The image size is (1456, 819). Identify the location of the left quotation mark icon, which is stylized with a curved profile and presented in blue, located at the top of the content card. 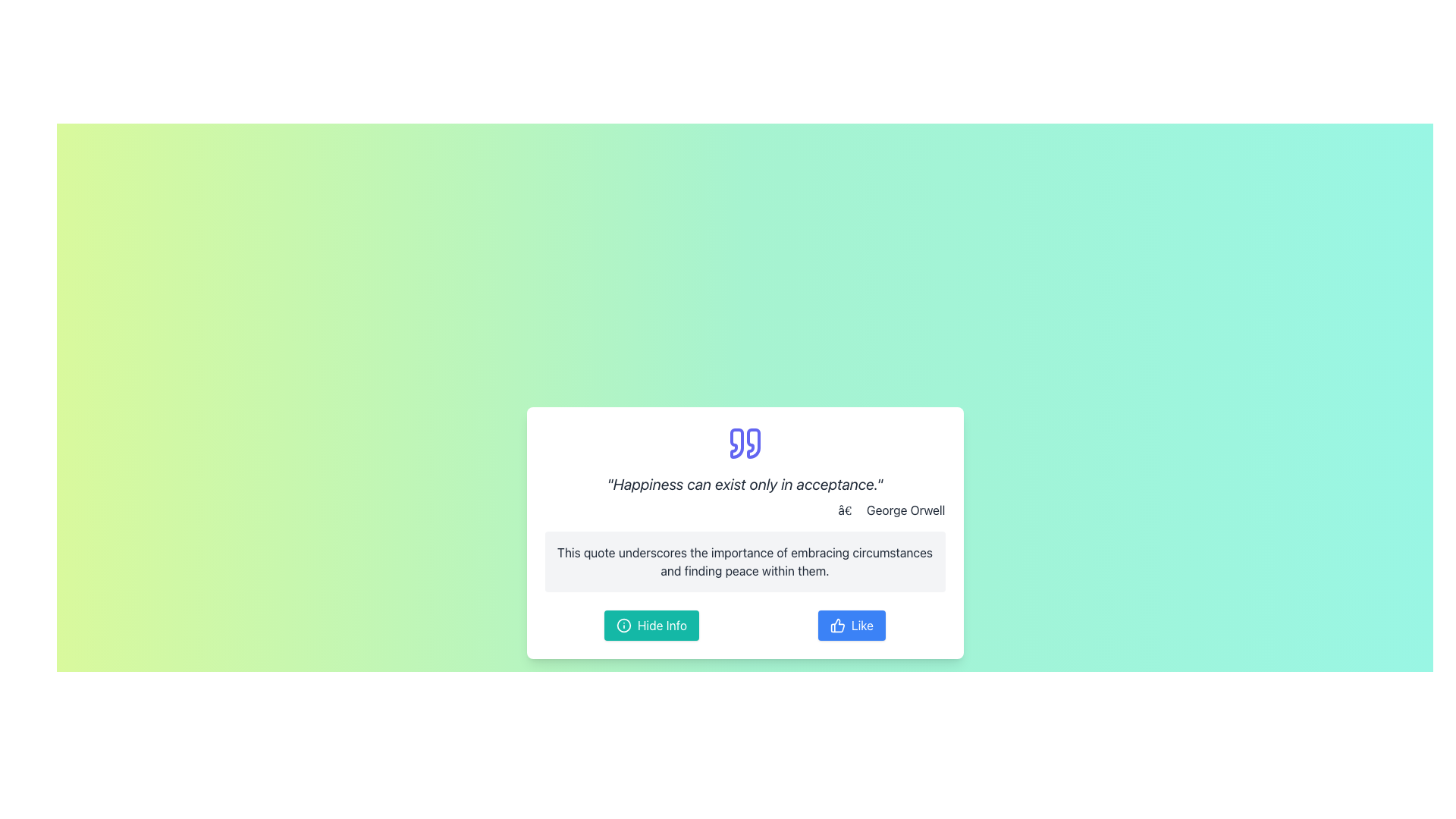
(736, 444).